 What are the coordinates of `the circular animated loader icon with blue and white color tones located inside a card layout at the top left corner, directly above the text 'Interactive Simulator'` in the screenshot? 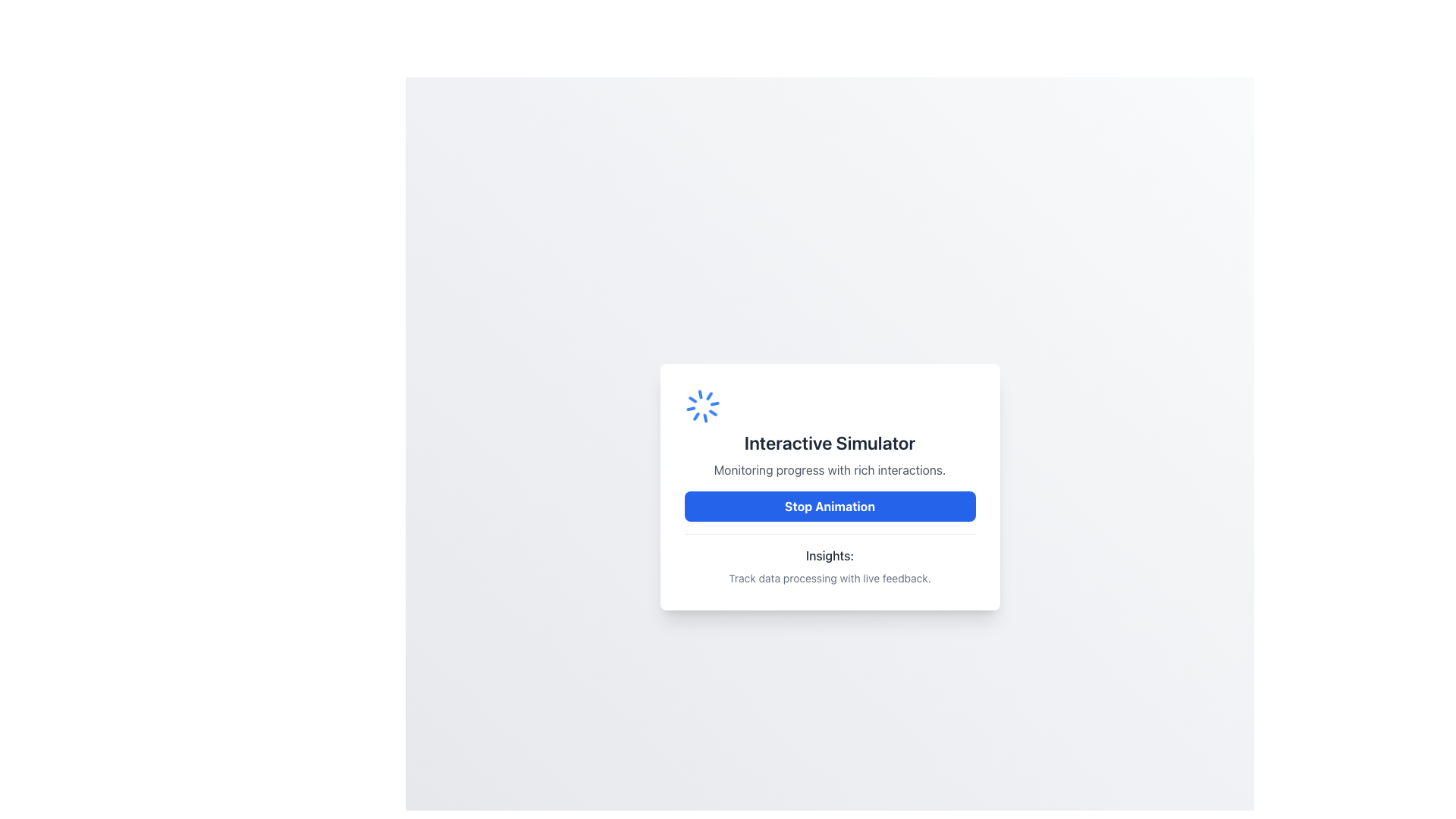 It's located at (701, 405).